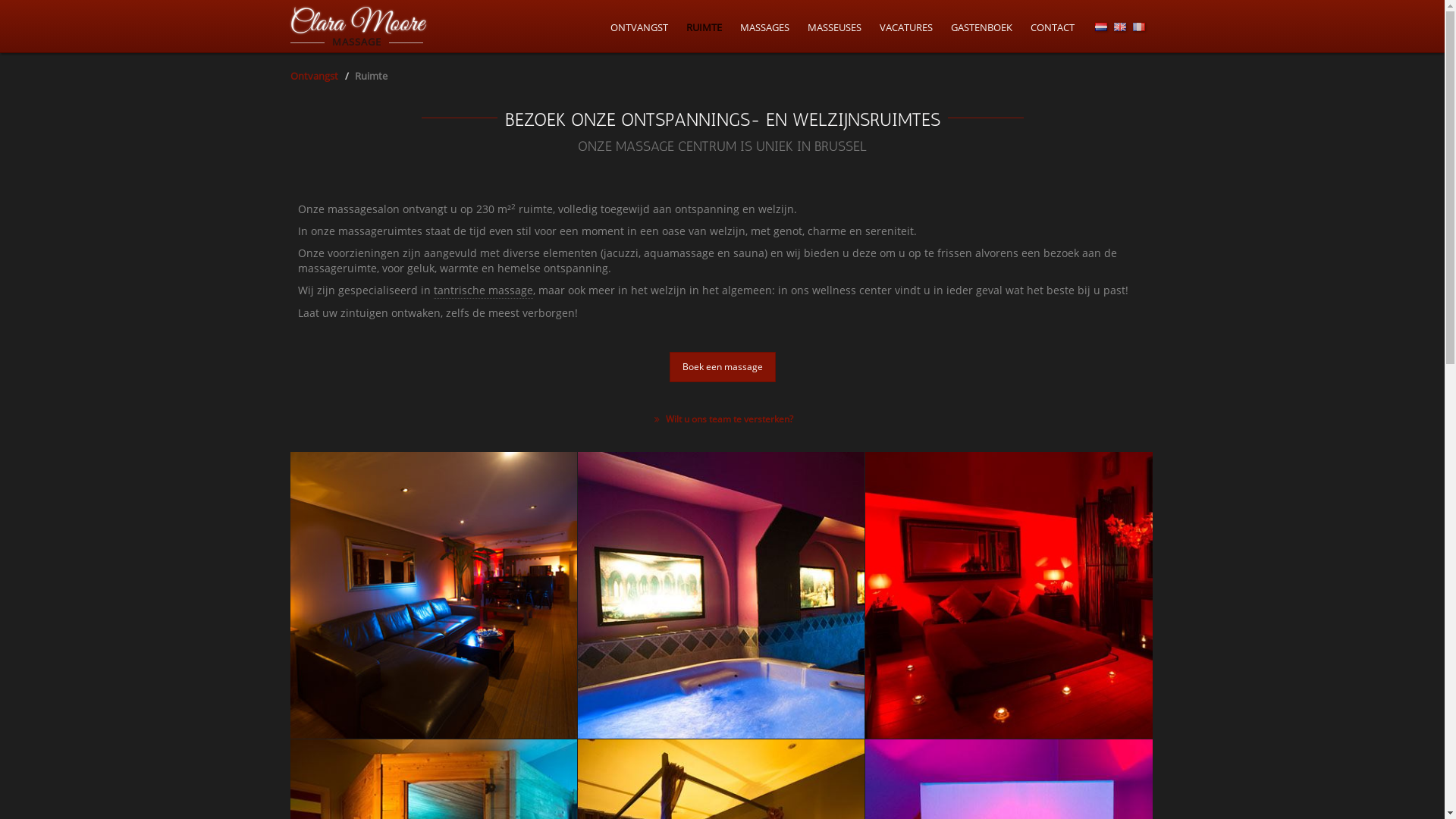 This screenshot has width=1456, height=819. Describe the element at coordinates (1119, 27) in the screenshot. I see `'Website Engelse versie'` at that location.